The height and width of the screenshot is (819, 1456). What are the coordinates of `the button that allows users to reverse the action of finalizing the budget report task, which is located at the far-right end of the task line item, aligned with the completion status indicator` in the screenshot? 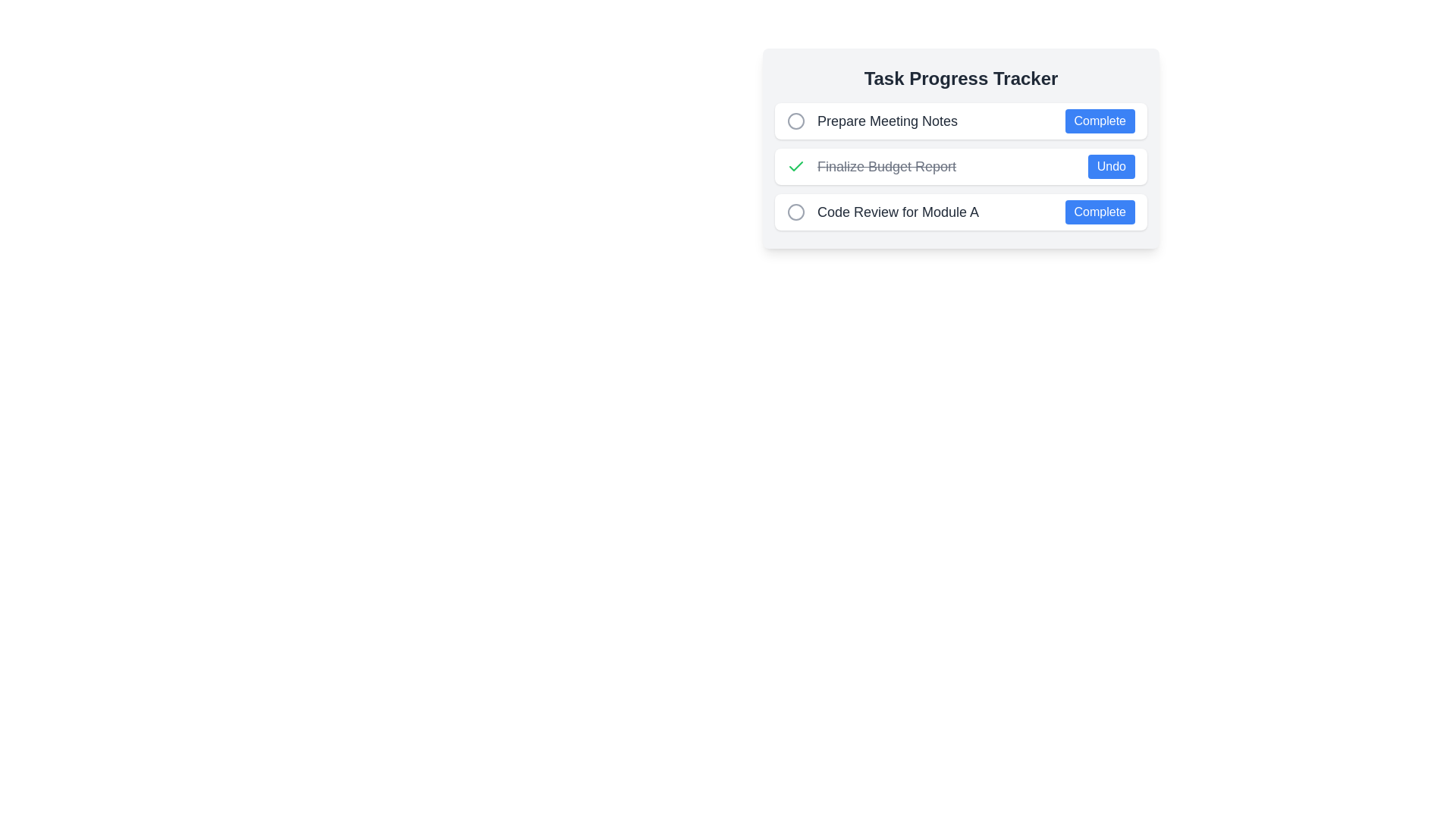 It's located at (1111, 166).